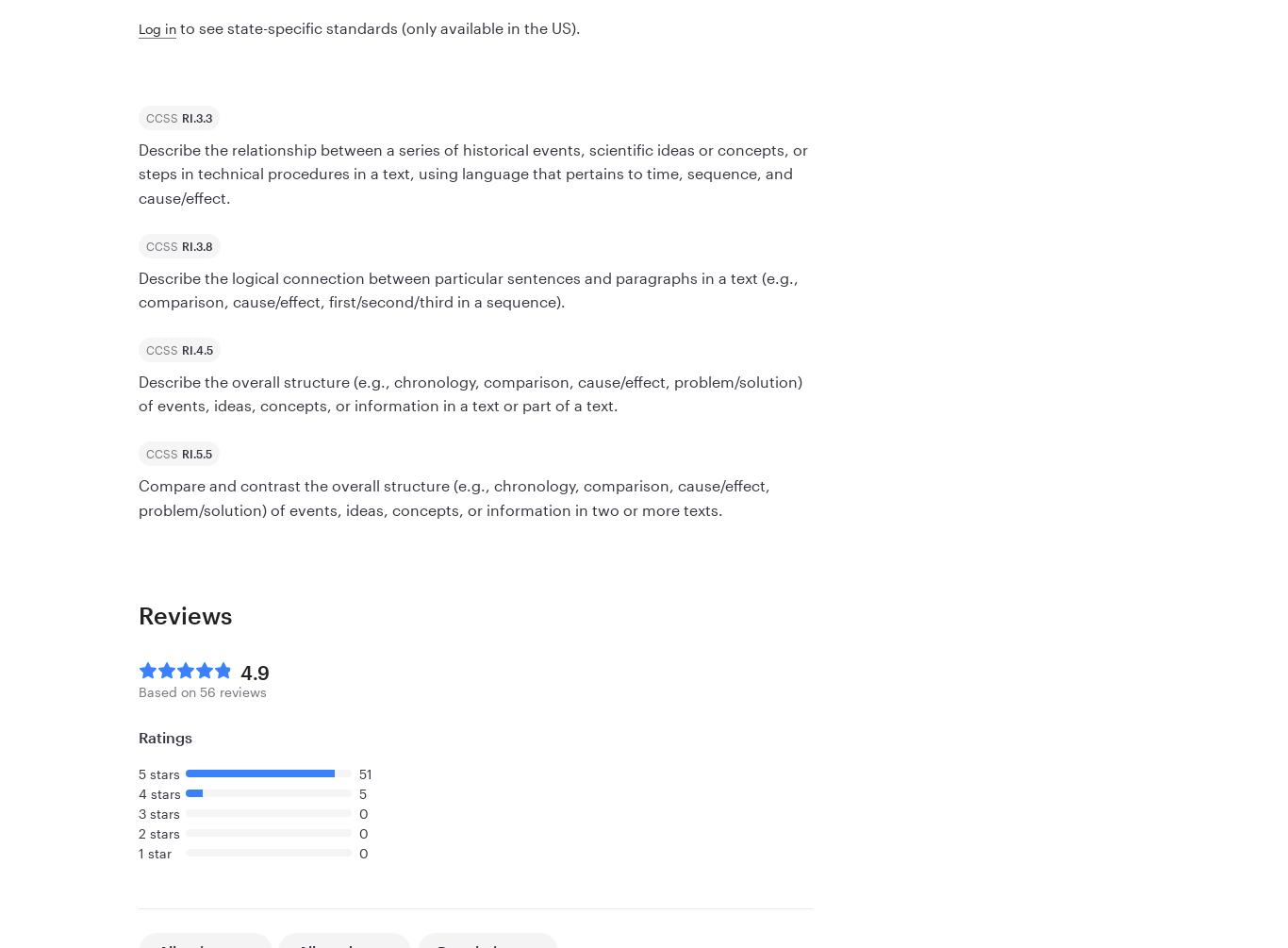 The height and width of the screenshot is (948, 1288). Describe the element at coordinates (137, 496) in the screenshot. I see `'Compare and contrast the overall structure (e.g., chronology, comparison, cause/effect, problem/solution) of events, ideas, concepts, or information in two or more texts.'` at that location.